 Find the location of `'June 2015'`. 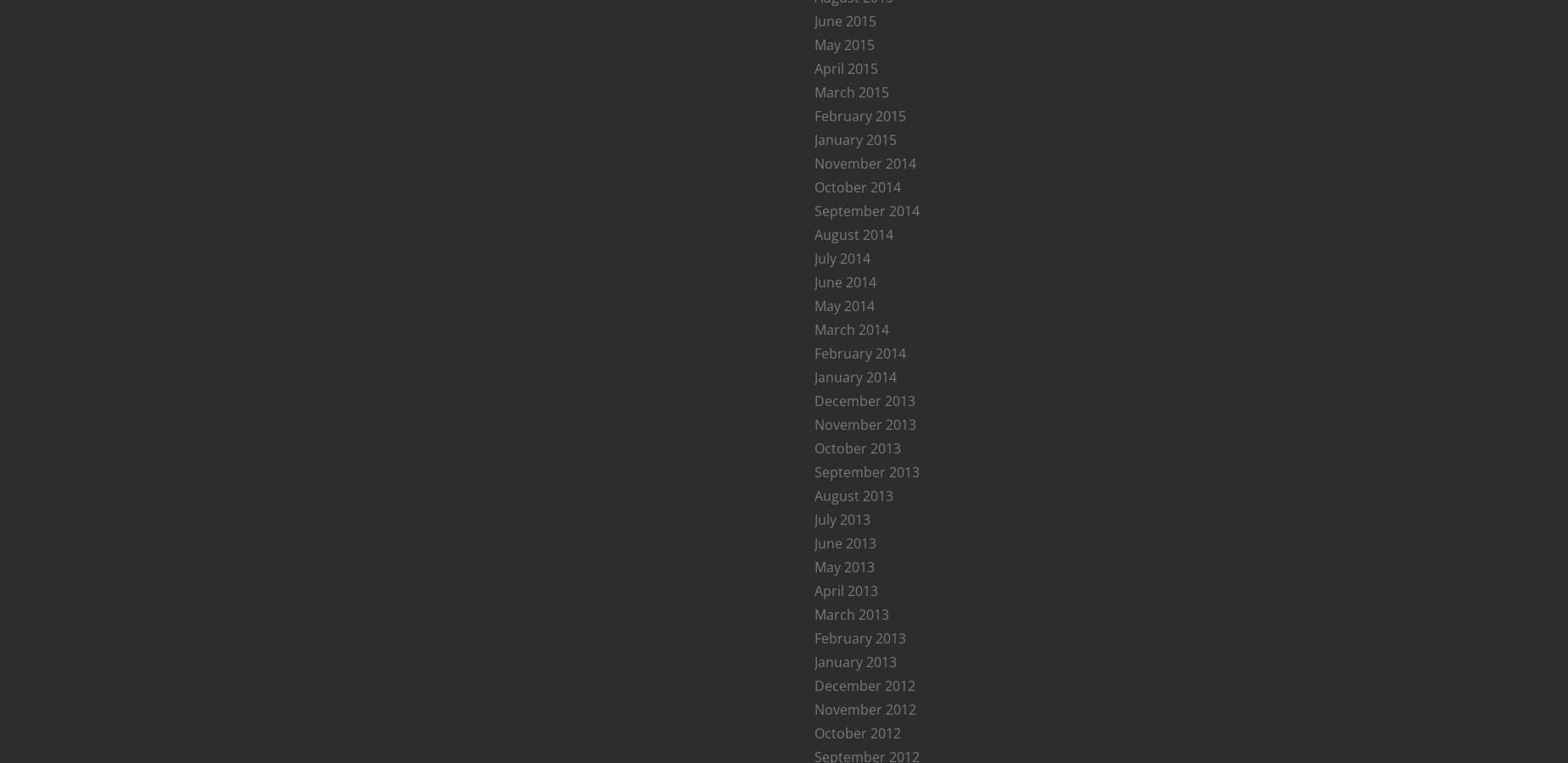

'June 2015' is located at coordinates (844, 19).